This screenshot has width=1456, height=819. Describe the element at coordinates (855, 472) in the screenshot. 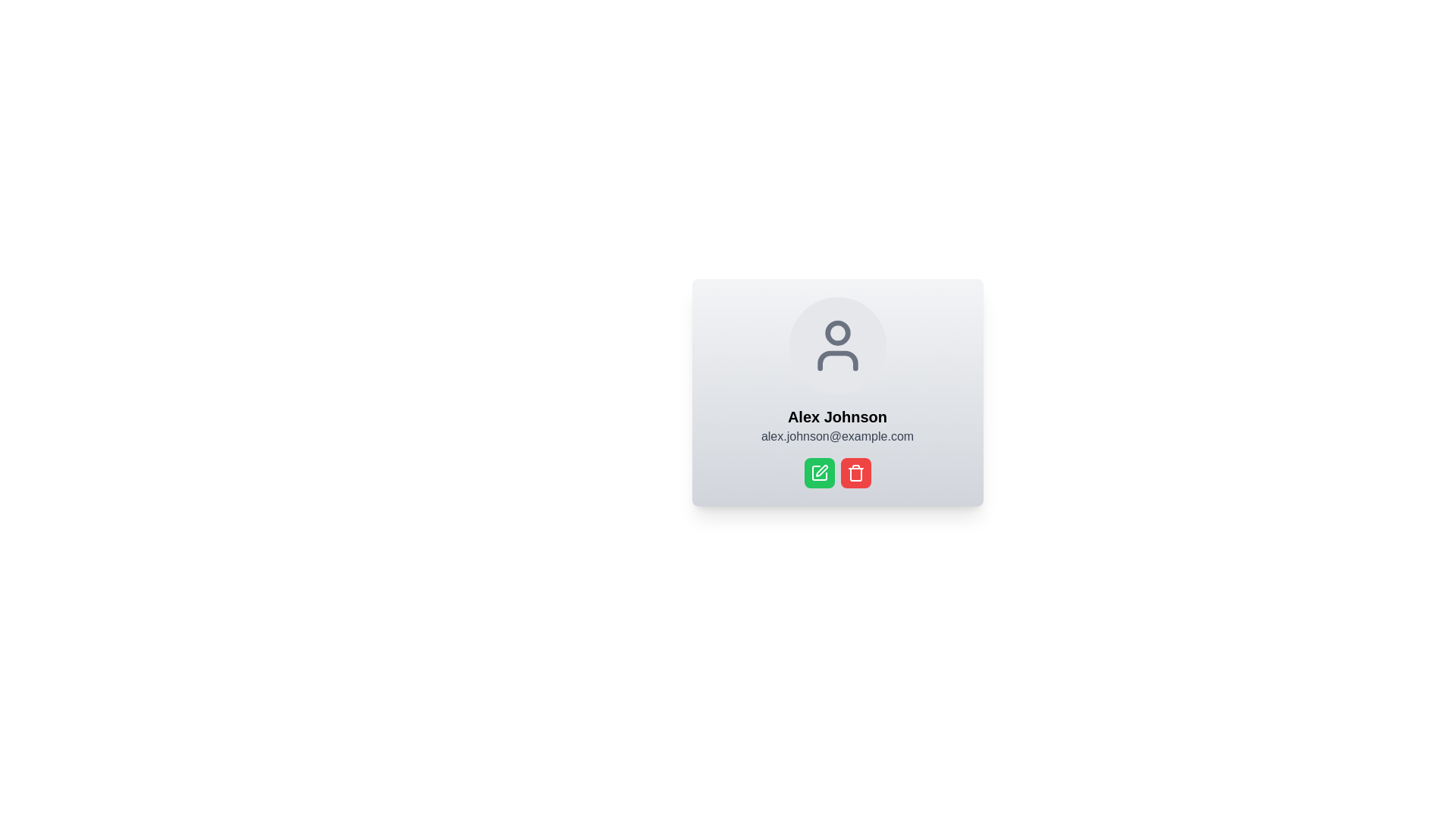

I see `the square-shaped red delete button with a white trash can icon` at that location.